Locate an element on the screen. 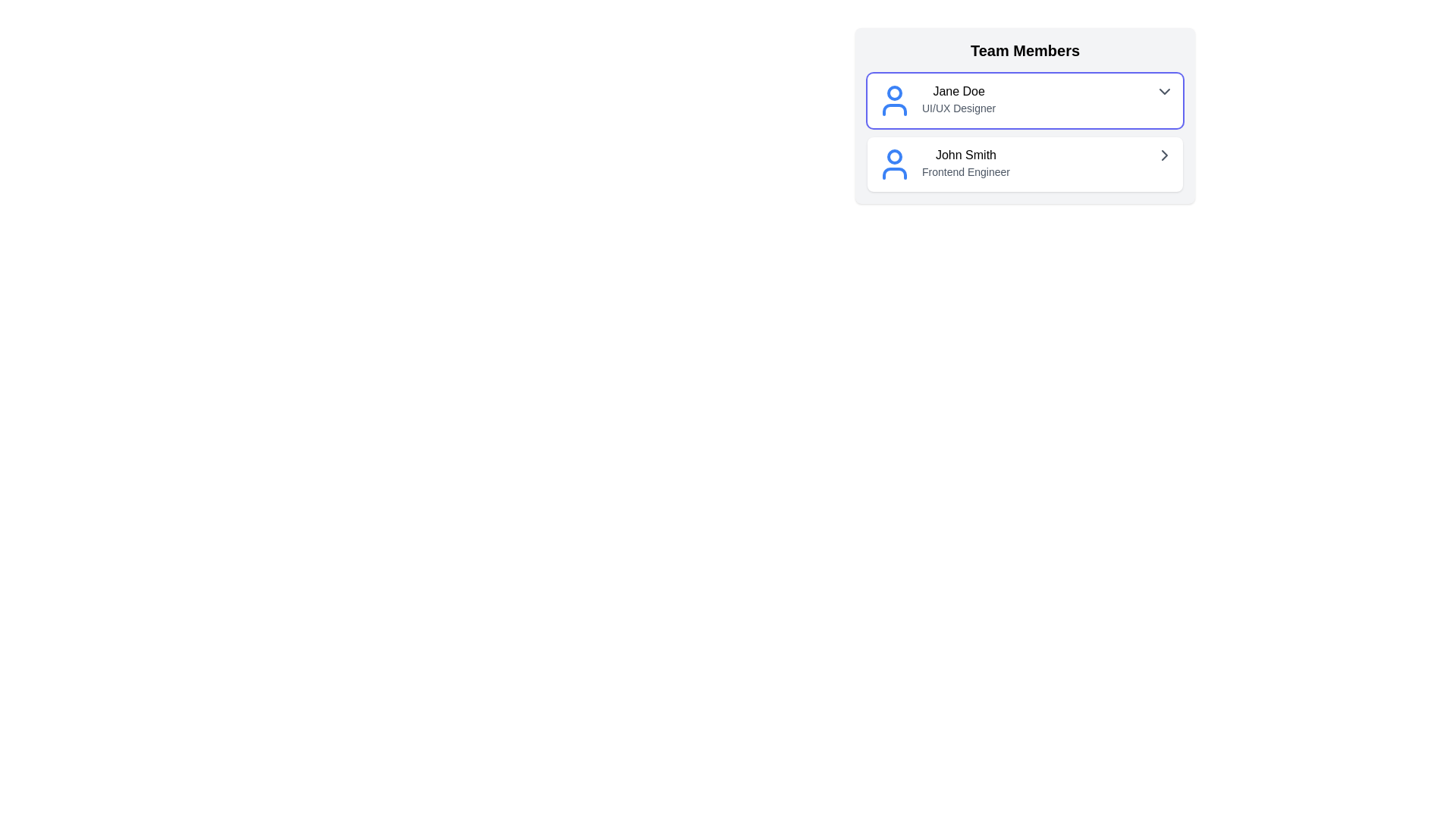 Image resolution: width=1456 pixels, height=819 pixels. the second entry in the 'Team Members' list component that displays the name and role of a team member, positioned below 'Jane Doe' is located at coordinates (965, 163).